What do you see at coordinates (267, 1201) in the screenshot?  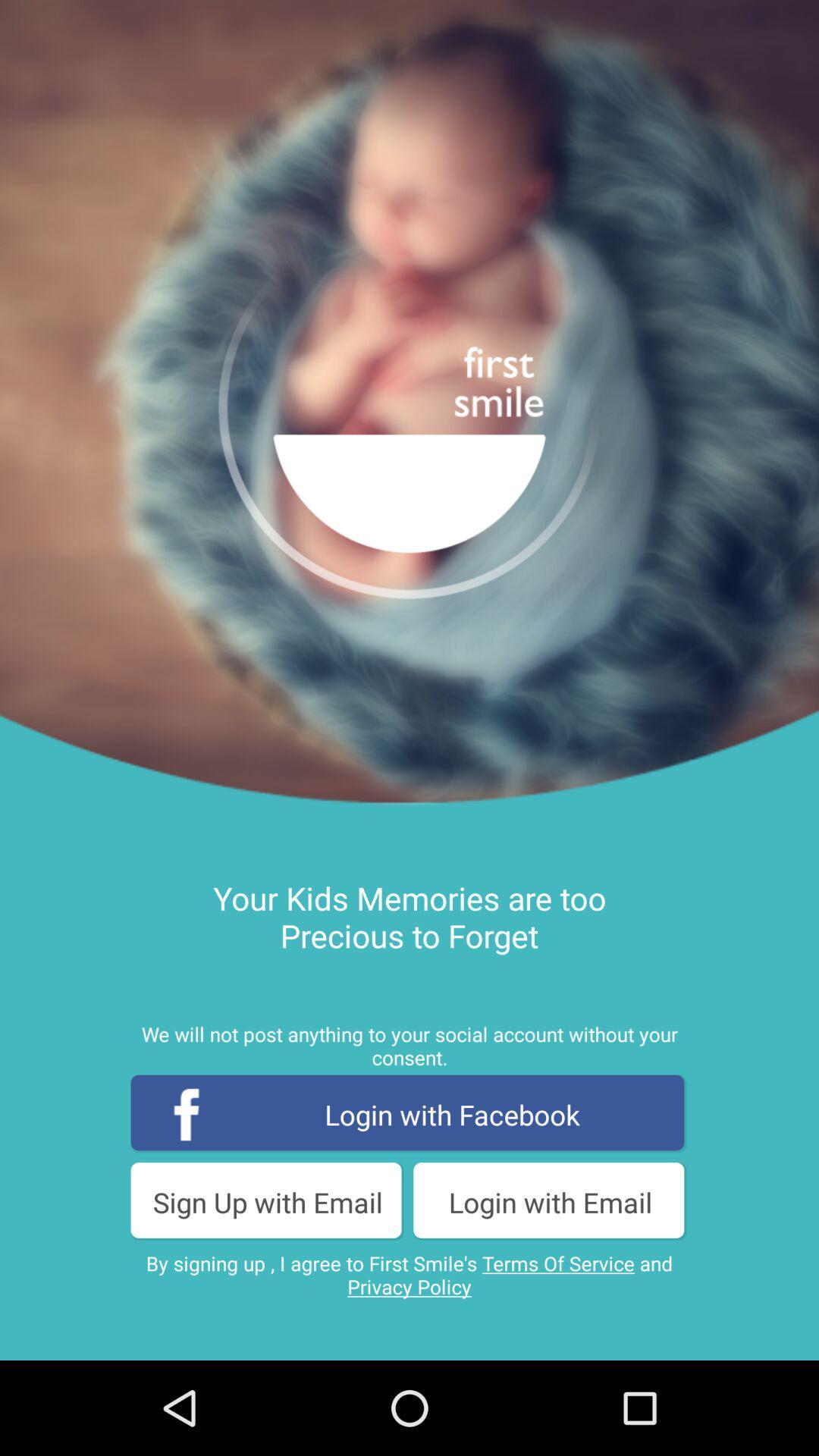 I see `sign up with item` at bounding box center [267, 1201].